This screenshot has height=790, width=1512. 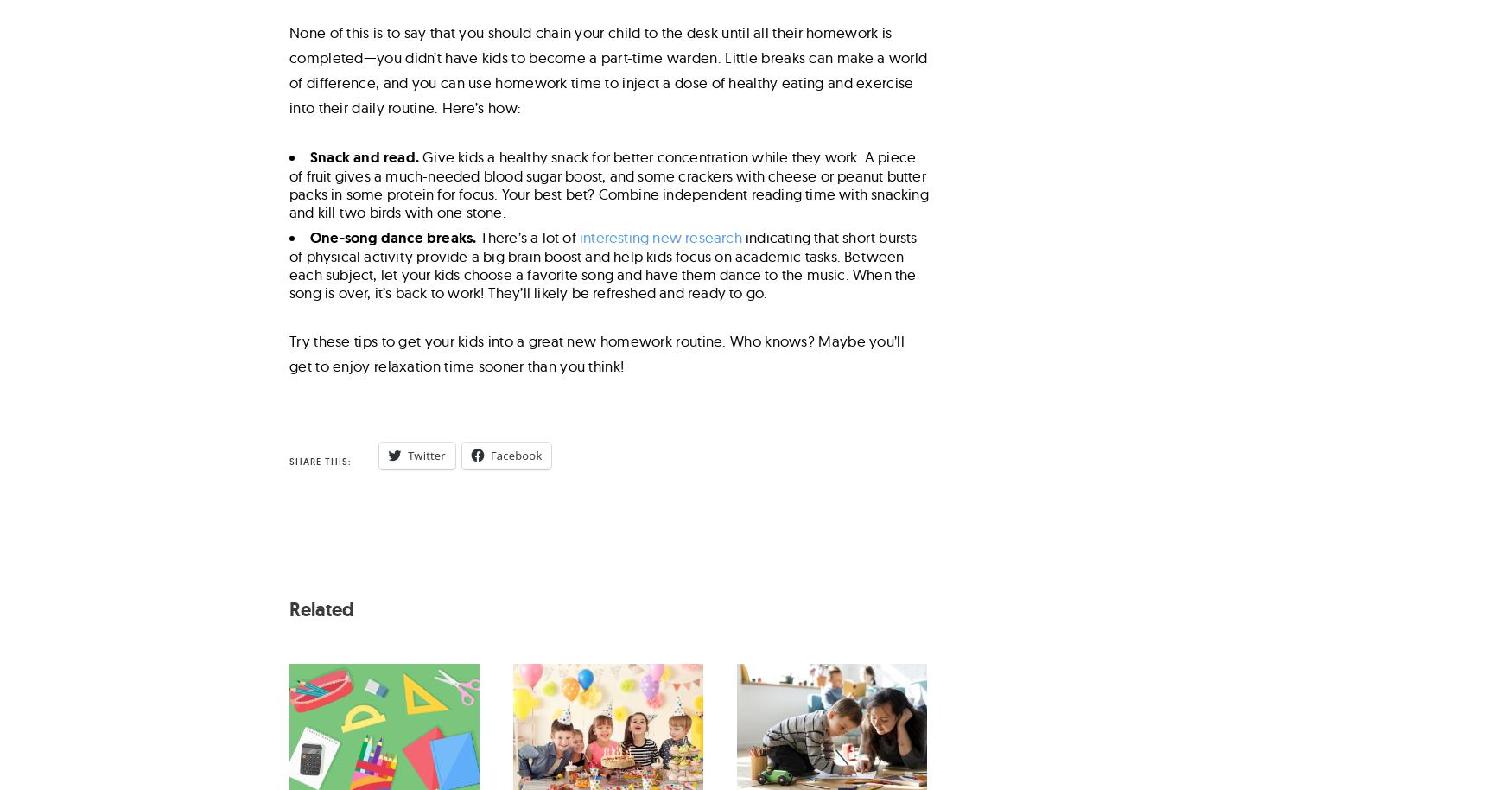 I want to click on 'None of this is to say that you should chain your child to the desk until all their homework is completed—you didn’t have kids to become a part-time warden. Little breaks can make a world of difference, and you can use homework time to inject a dose of healthy eating and exercise into their daily routine. Here’s how:', so click(x=608, y=67).